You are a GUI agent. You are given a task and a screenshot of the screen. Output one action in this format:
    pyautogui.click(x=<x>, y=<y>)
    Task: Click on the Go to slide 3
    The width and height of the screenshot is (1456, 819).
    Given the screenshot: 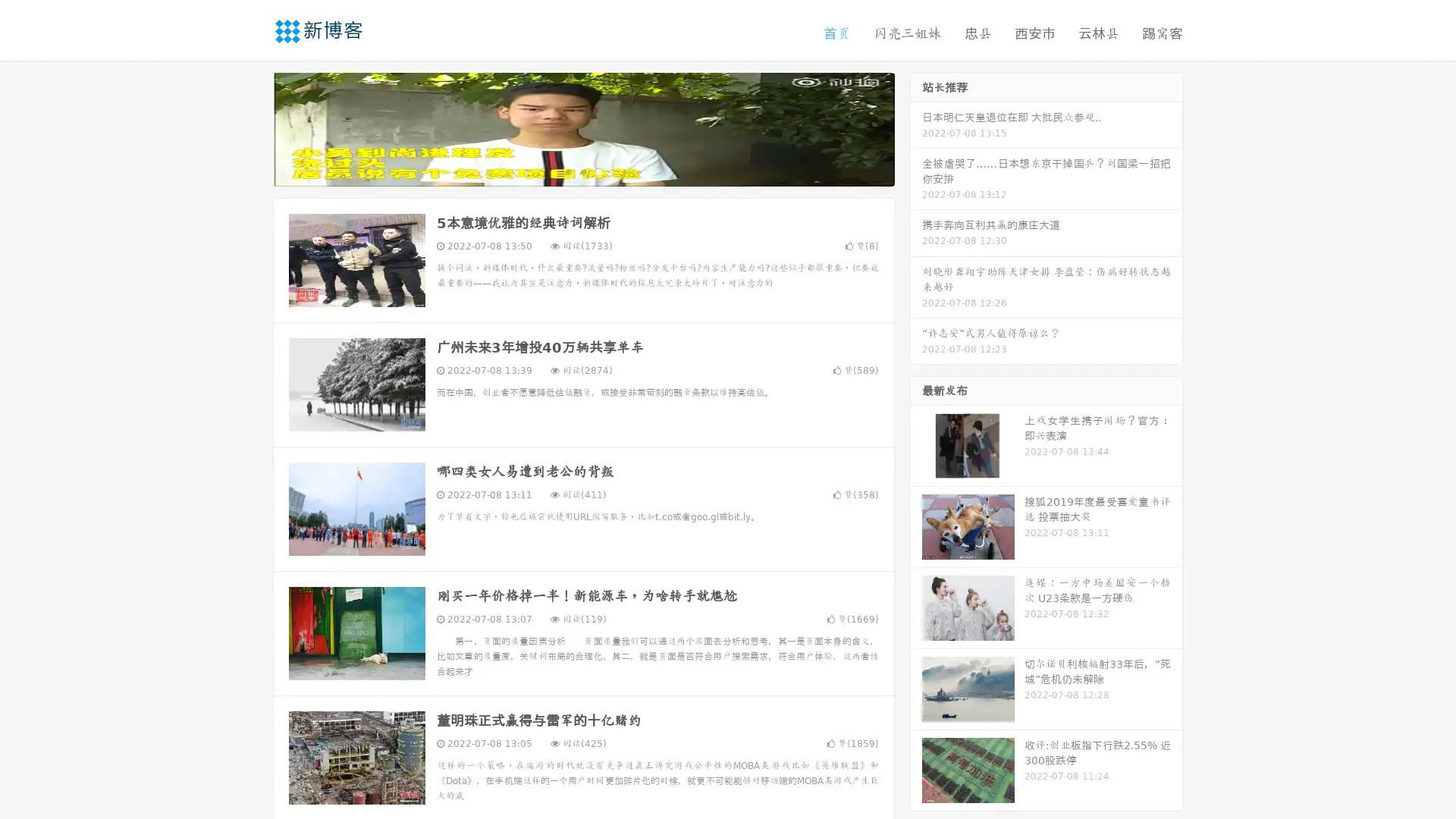 What is the action you would take?
    pyautogui.click(x=598, y=171)
    